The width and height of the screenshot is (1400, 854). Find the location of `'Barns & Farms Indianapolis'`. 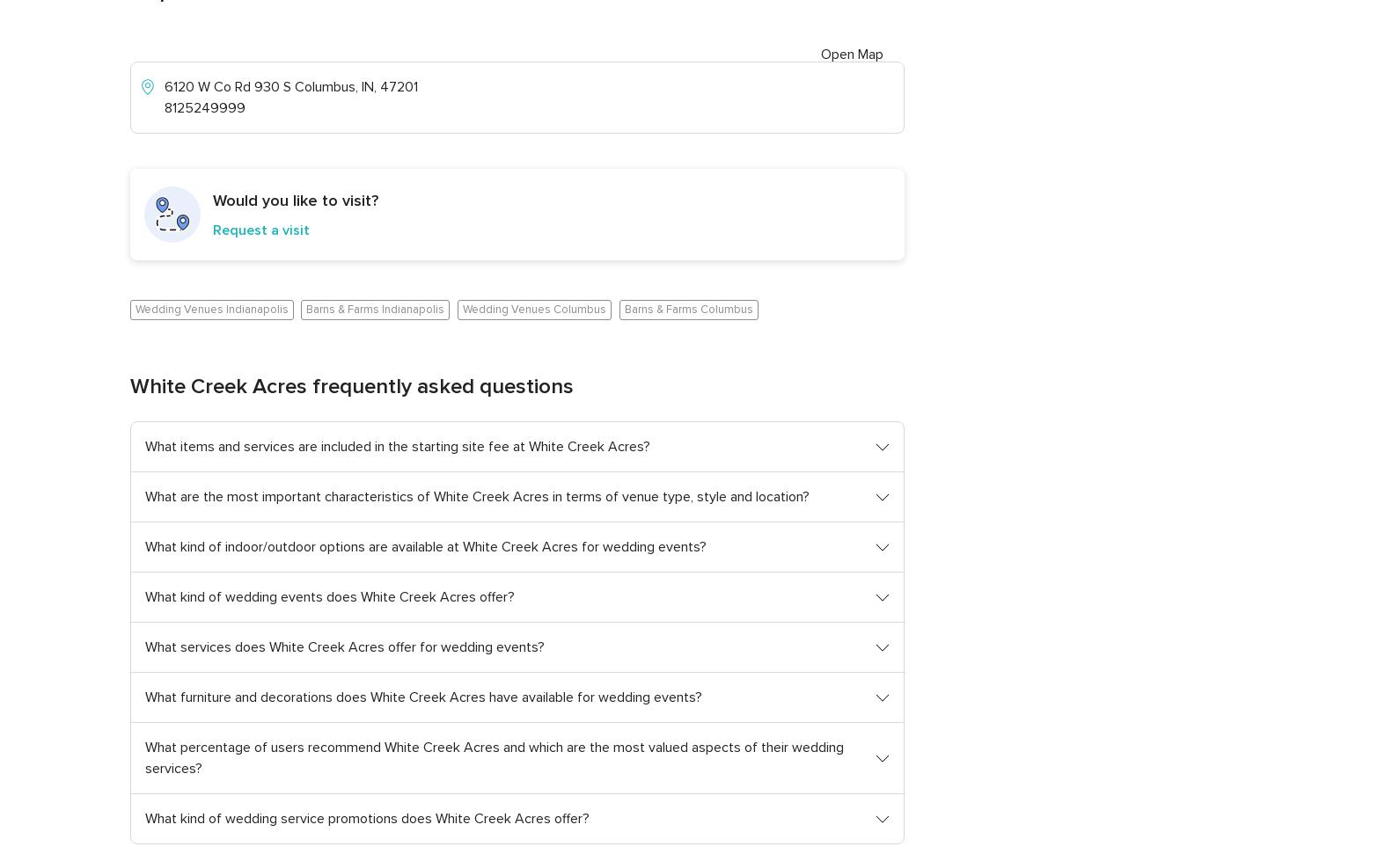

'Barns & Farms Indianapolis' is located at coordinates (375, 309).